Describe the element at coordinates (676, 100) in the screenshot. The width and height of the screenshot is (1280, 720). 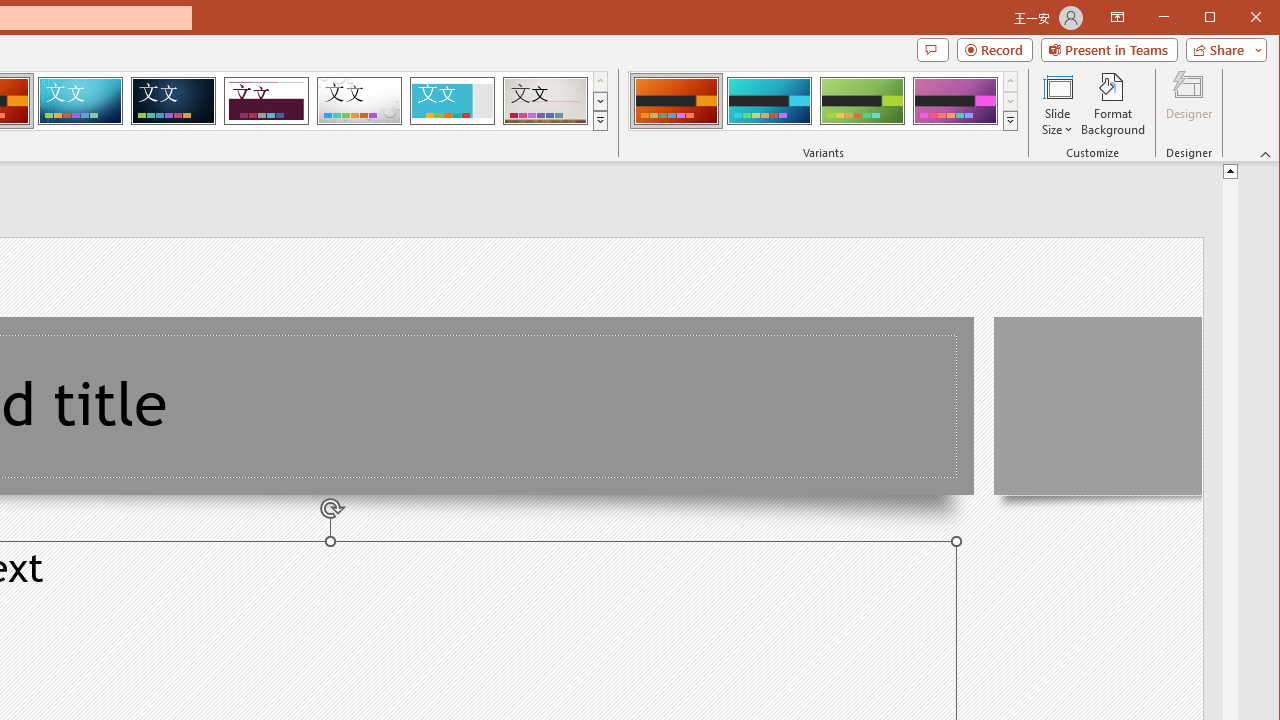
I see `'Berlin Variant 1'` at that location.